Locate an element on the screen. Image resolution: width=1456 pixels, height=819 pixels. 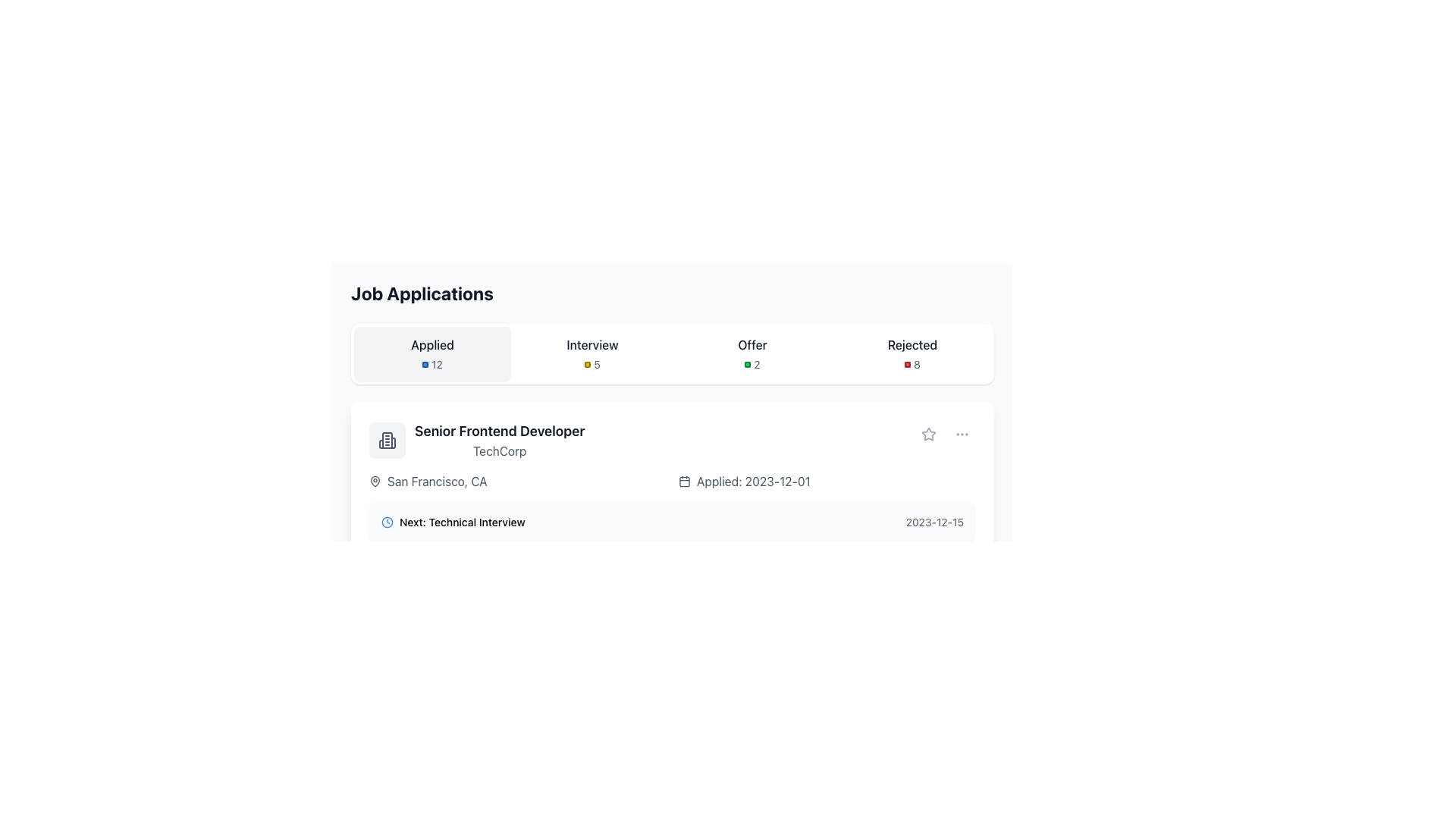
the text label indicating the count of rejected job applications, located in the 'Job Applications' section under the 'Rejected' category label, to the right of a small red circular icon is located at coordinates (916, 365).